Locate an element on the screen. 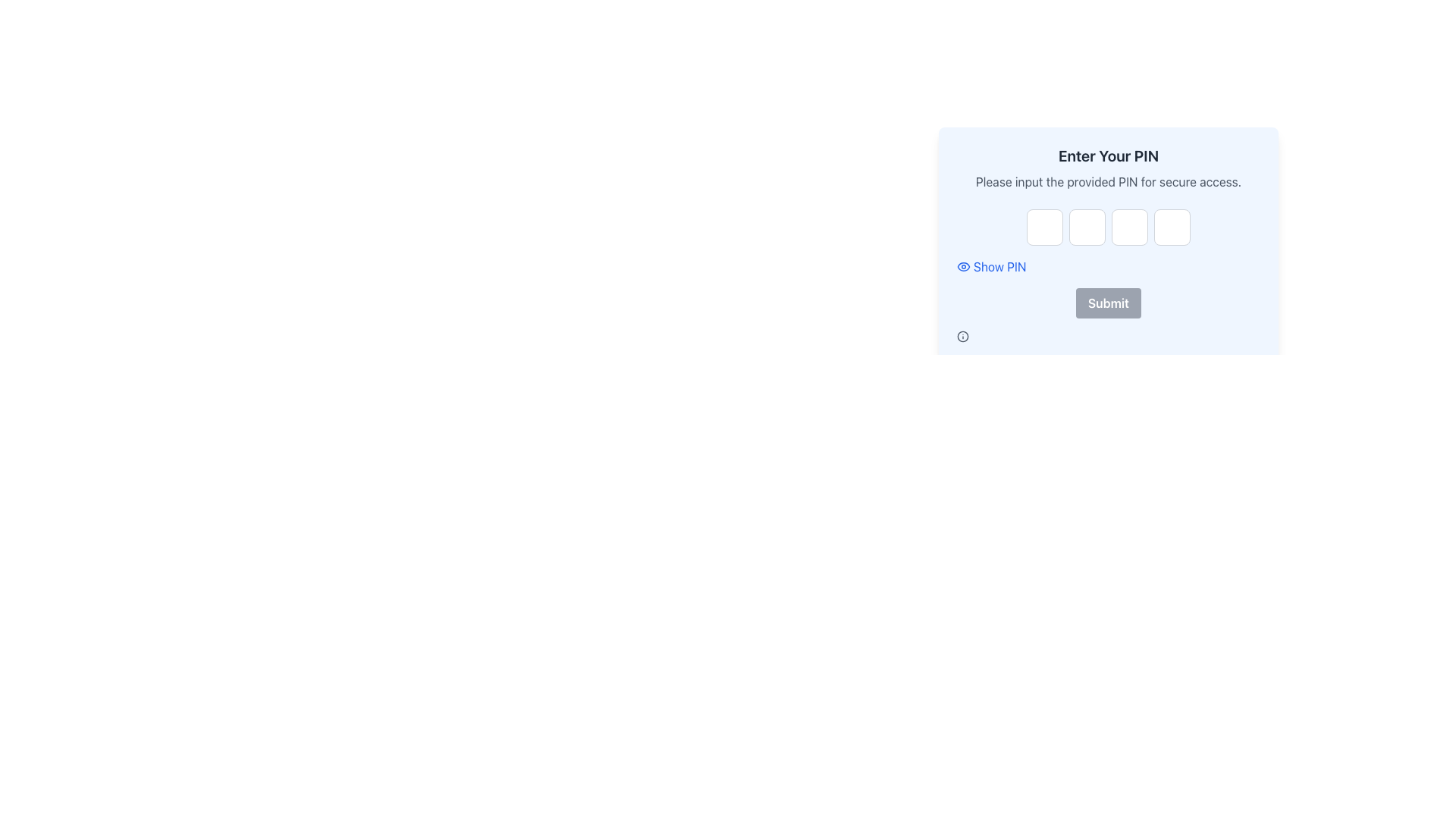 This screenshot has height=819, width=1456. instruction text label located beneath the heading 'Enter Your PIN' and above the PIN input fields is located at coordinates (1109, 180).